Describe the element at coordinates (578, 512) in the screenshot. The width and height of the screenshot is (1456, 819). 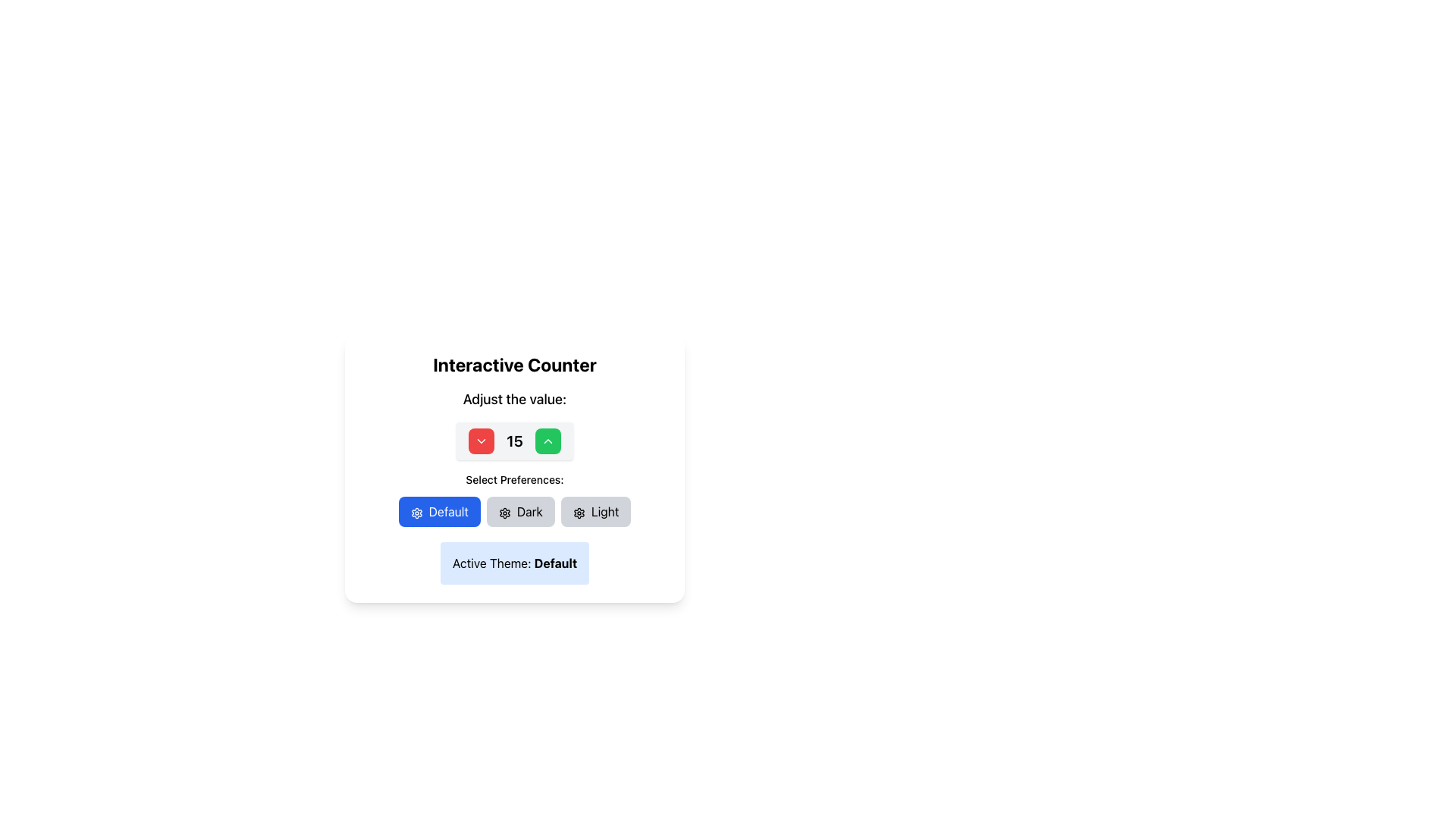
I see `the settings icon for the 'Light' theme option, which is located to the left of the text label 'Light' in the lower right section of the window` at that location.